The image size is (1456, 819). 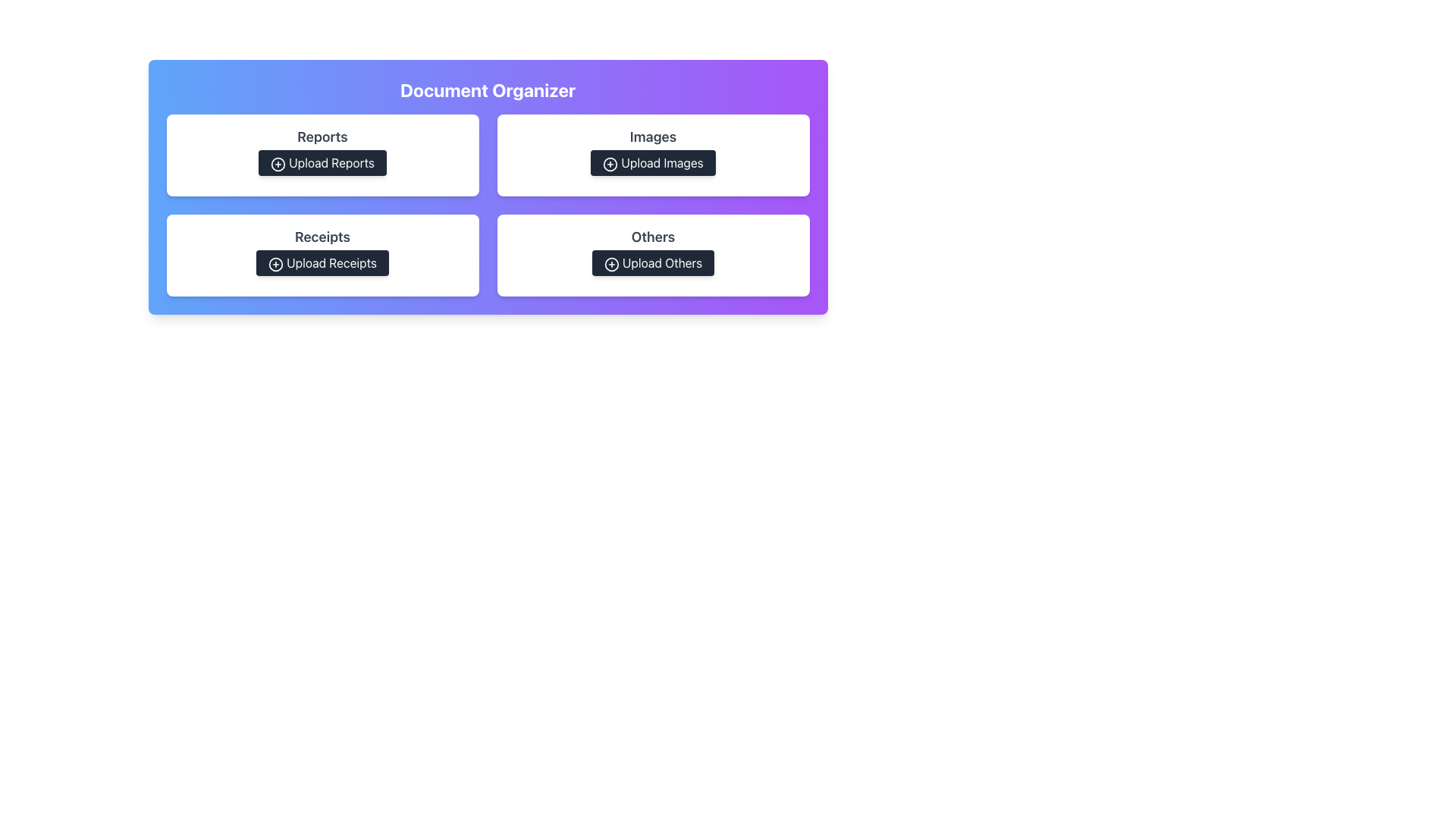 What do you see at coordinates (278, 164) in the screenshot?
I see `the red circular SVG element that is part of the 'Upload Reports' button, which has a thin white border and is located in the top-left quadrant of a 2x2 grid layout` at bounding box center [278, 164].